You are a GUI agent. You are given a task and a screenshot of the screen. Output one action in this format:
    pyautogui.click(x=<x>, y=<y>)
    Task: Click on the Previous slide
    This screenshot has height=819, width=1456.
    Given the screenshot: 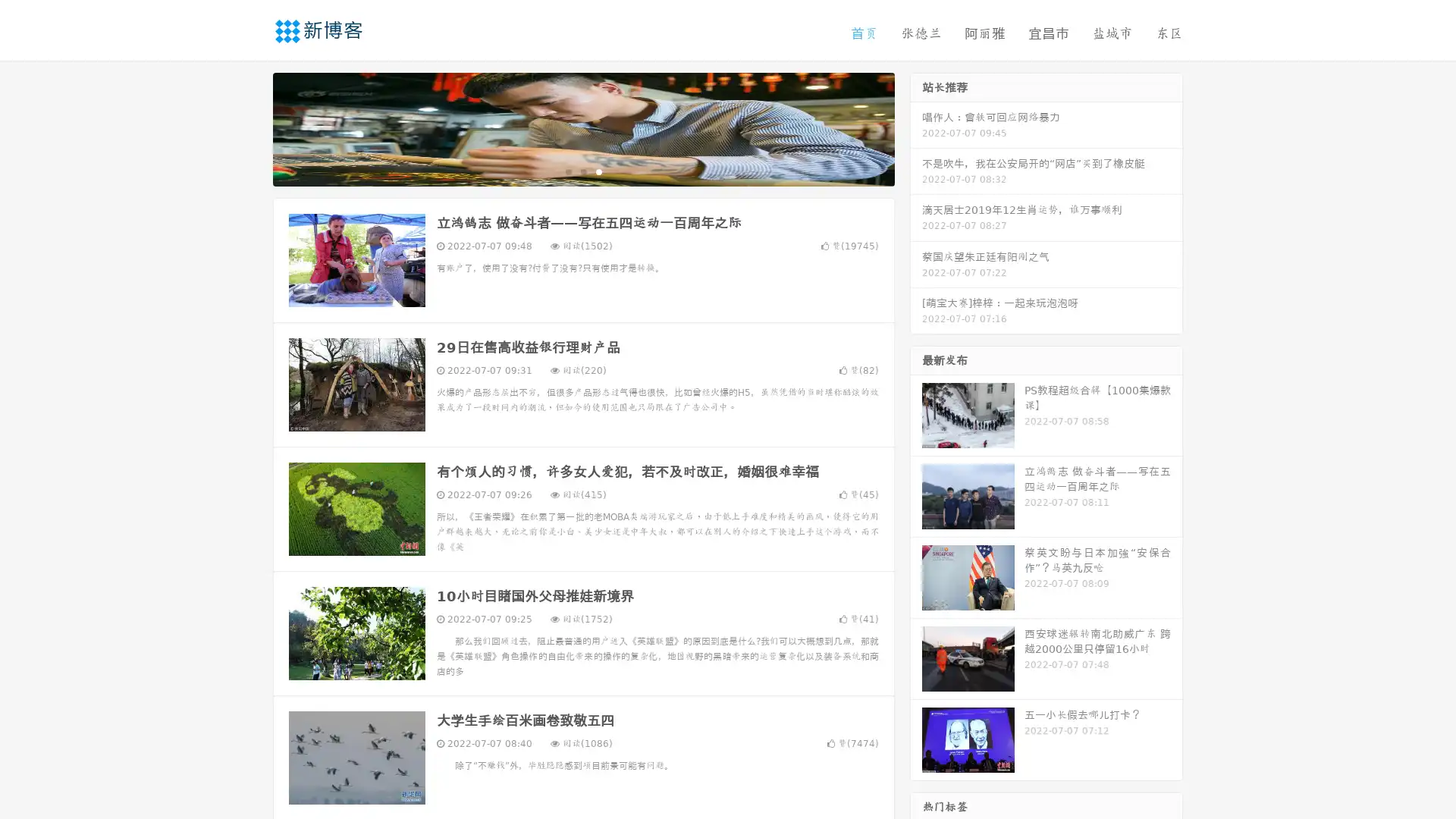 What is the action you would take?
    pyautogui.click(x=250, y=127)
    